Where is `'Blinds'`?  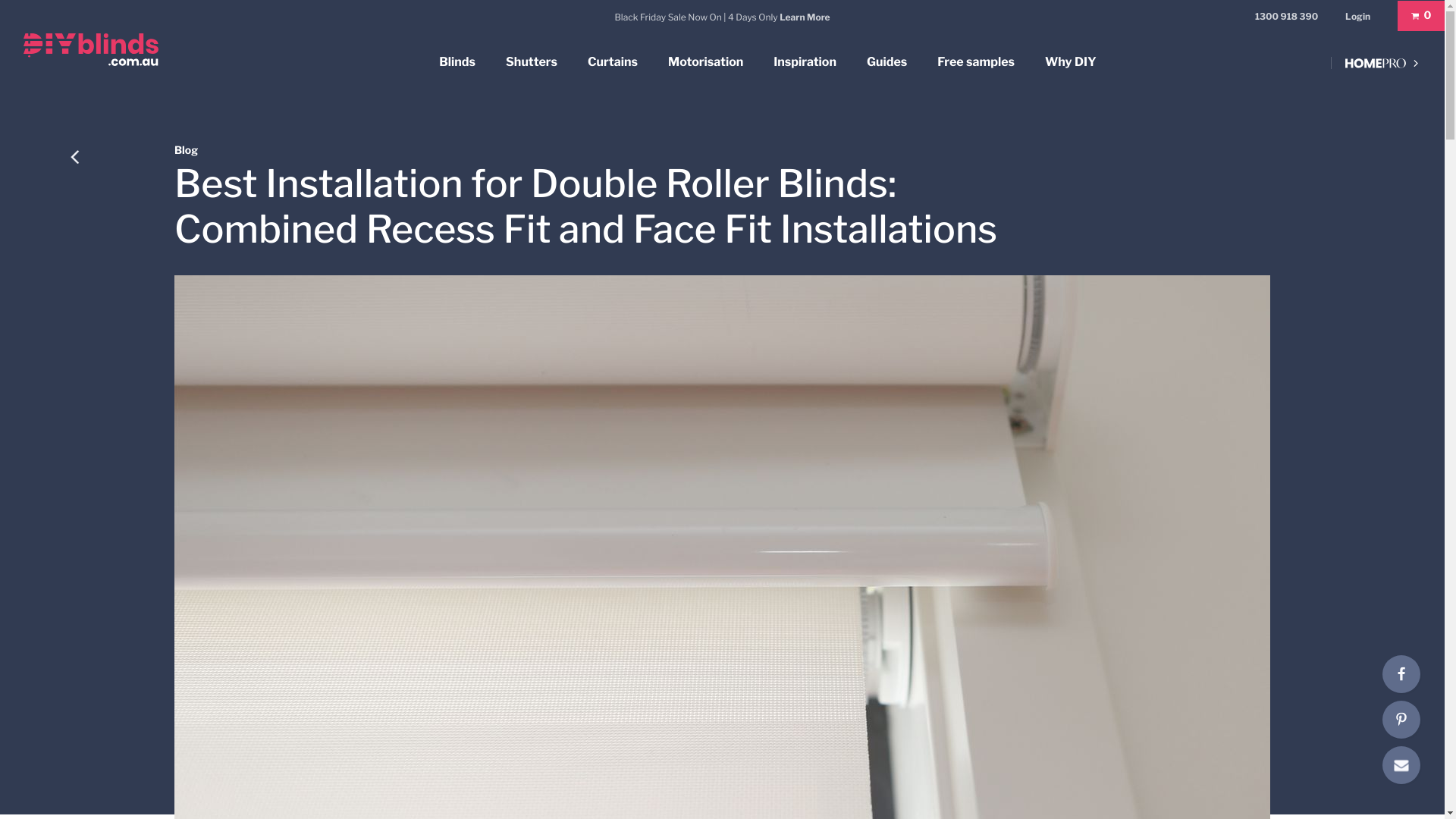
'Blinds' is located at coordinates (438, 61).